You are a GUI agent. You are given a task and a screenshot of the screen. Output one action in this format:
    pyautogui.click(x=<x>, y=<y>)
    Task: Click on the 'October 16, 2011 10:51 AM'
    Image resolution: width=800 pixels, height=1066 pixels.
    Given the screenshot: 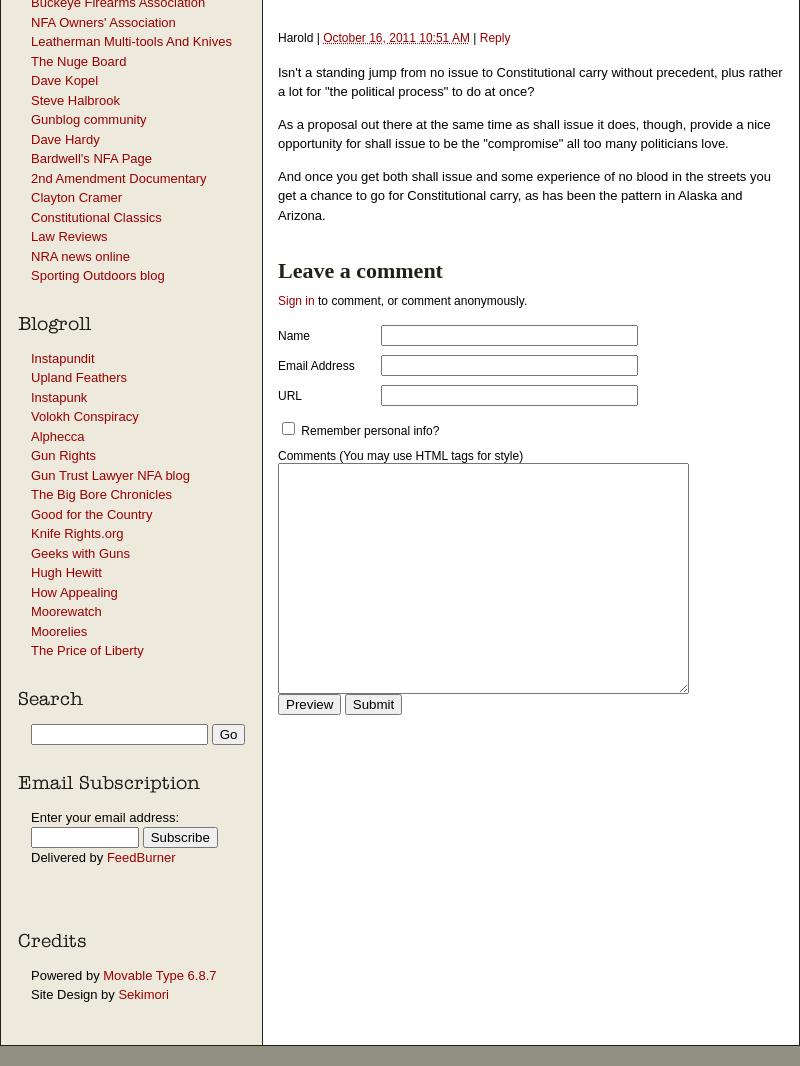 What is the action you would take?
    pyautogui.click(x=395, y=35)
    